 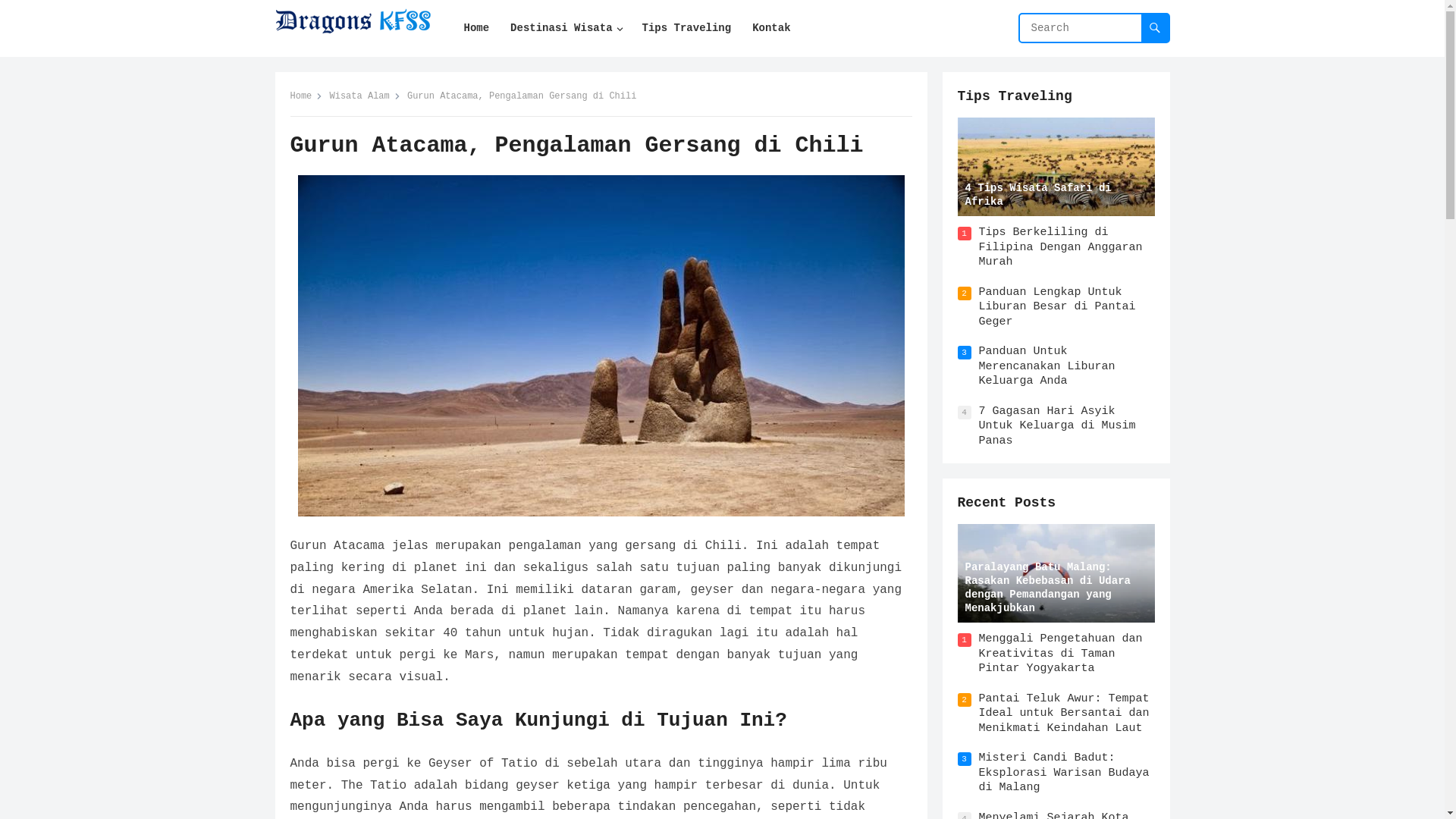 What do you see at coordinates (1046, 366) in the screenshot?
I see `'Panduan Untuk Merencanakan Liburan Keluarga Anda'` at bounding box center [1046, 366].